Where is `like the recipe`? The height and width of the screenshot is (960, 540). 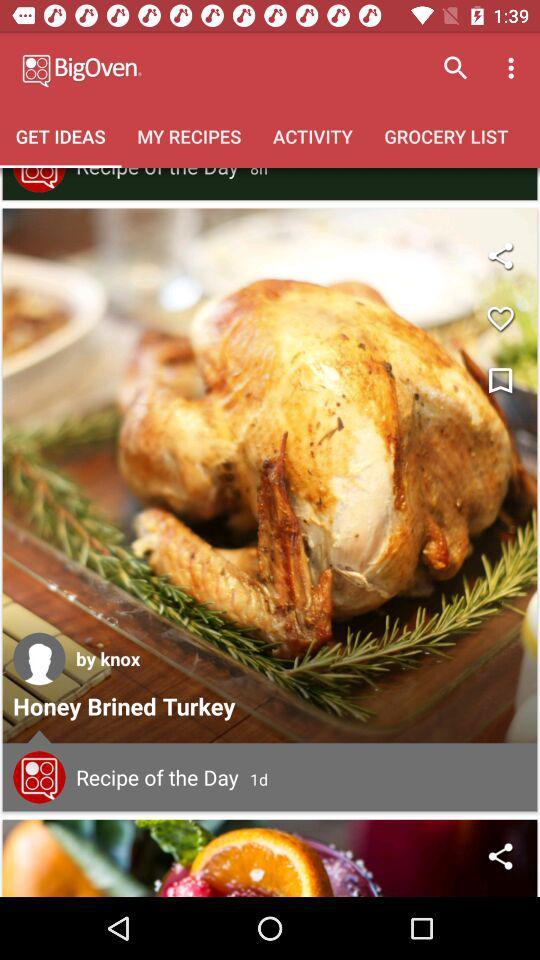
like the recipe is located at coordinates (499, 318).